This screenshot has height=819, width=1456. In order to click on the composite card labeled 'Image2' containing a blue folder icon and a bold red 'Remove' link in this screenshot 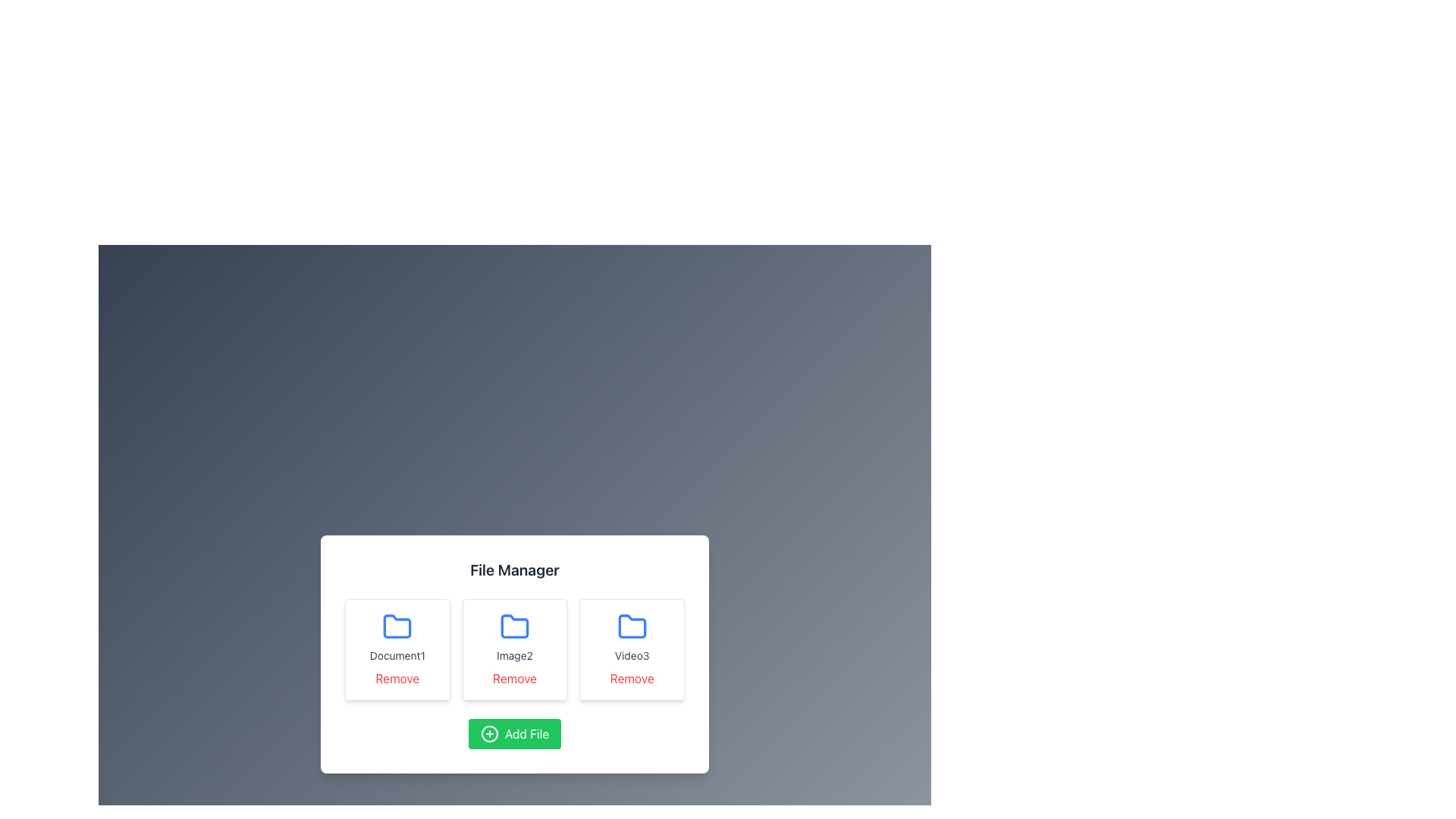, I will do `click(514, 648)`.